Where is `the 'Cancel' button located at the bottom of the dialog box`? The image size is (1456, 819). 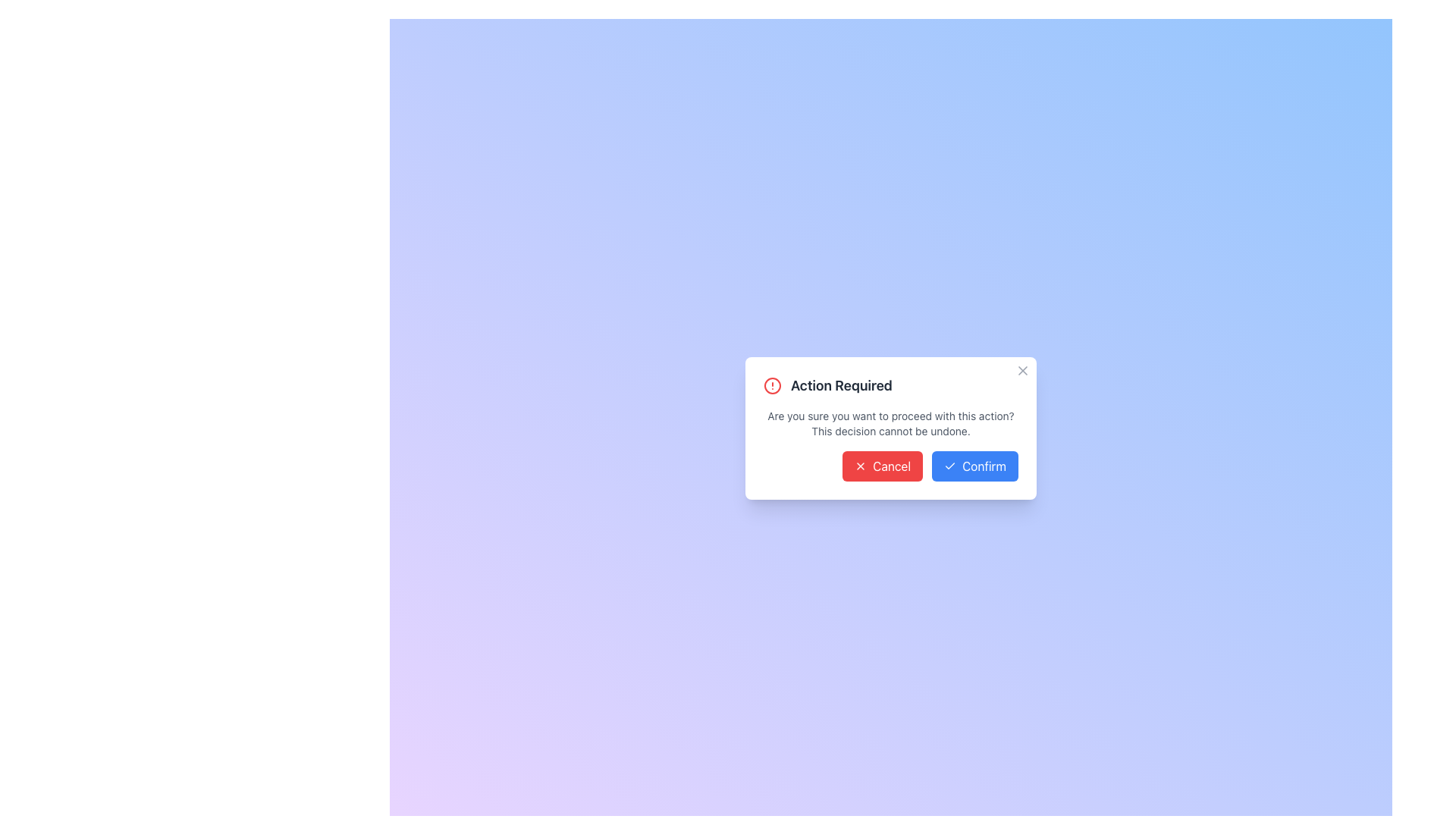 the 'Cancel' button located at the bottom of the dialog box is located at coordinates (891, 465).